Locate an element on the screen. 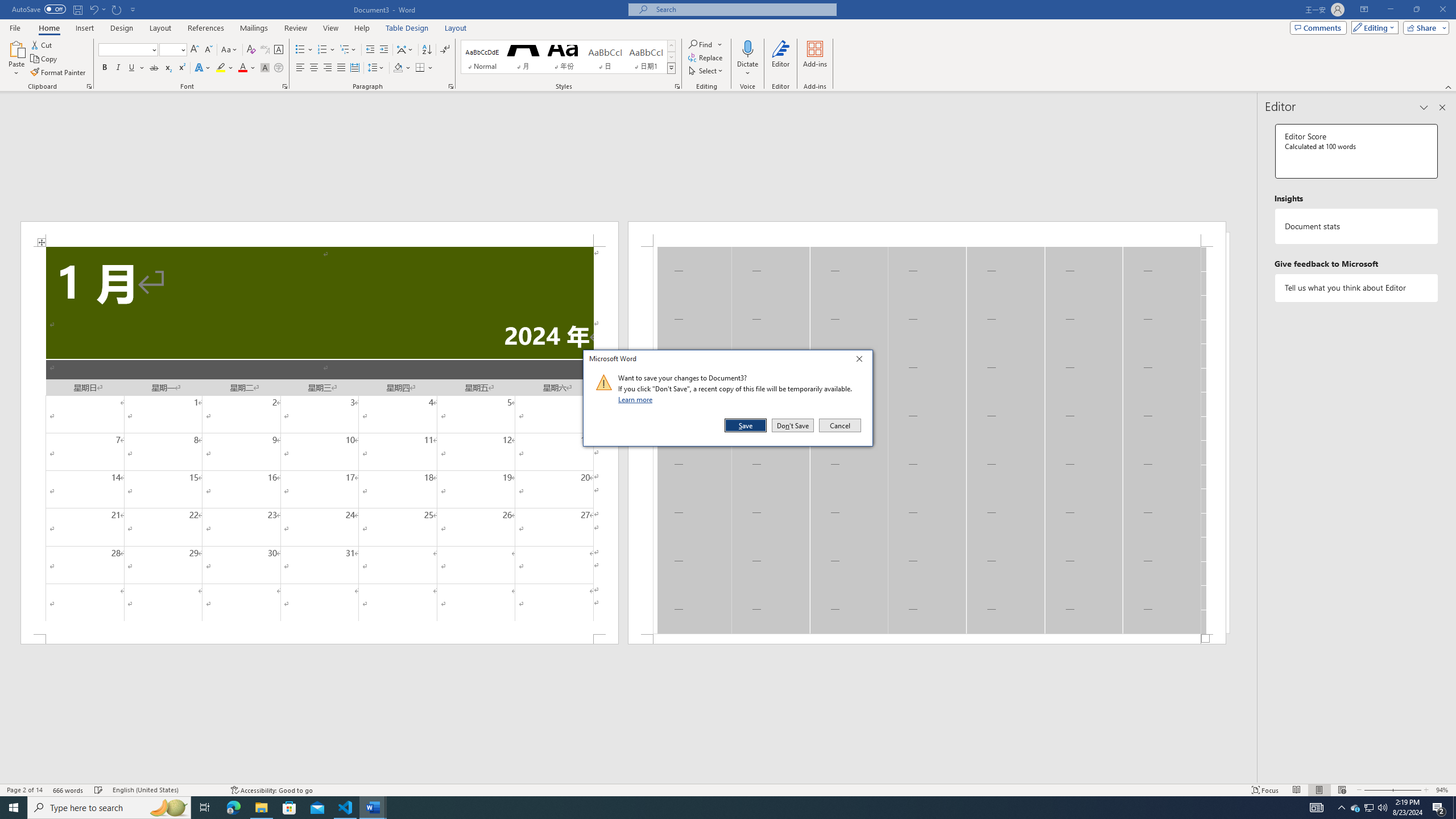 This screenshot has width=1456, height=819. 'User Promoted Notification Area' is located at coordinates (1368, 806).